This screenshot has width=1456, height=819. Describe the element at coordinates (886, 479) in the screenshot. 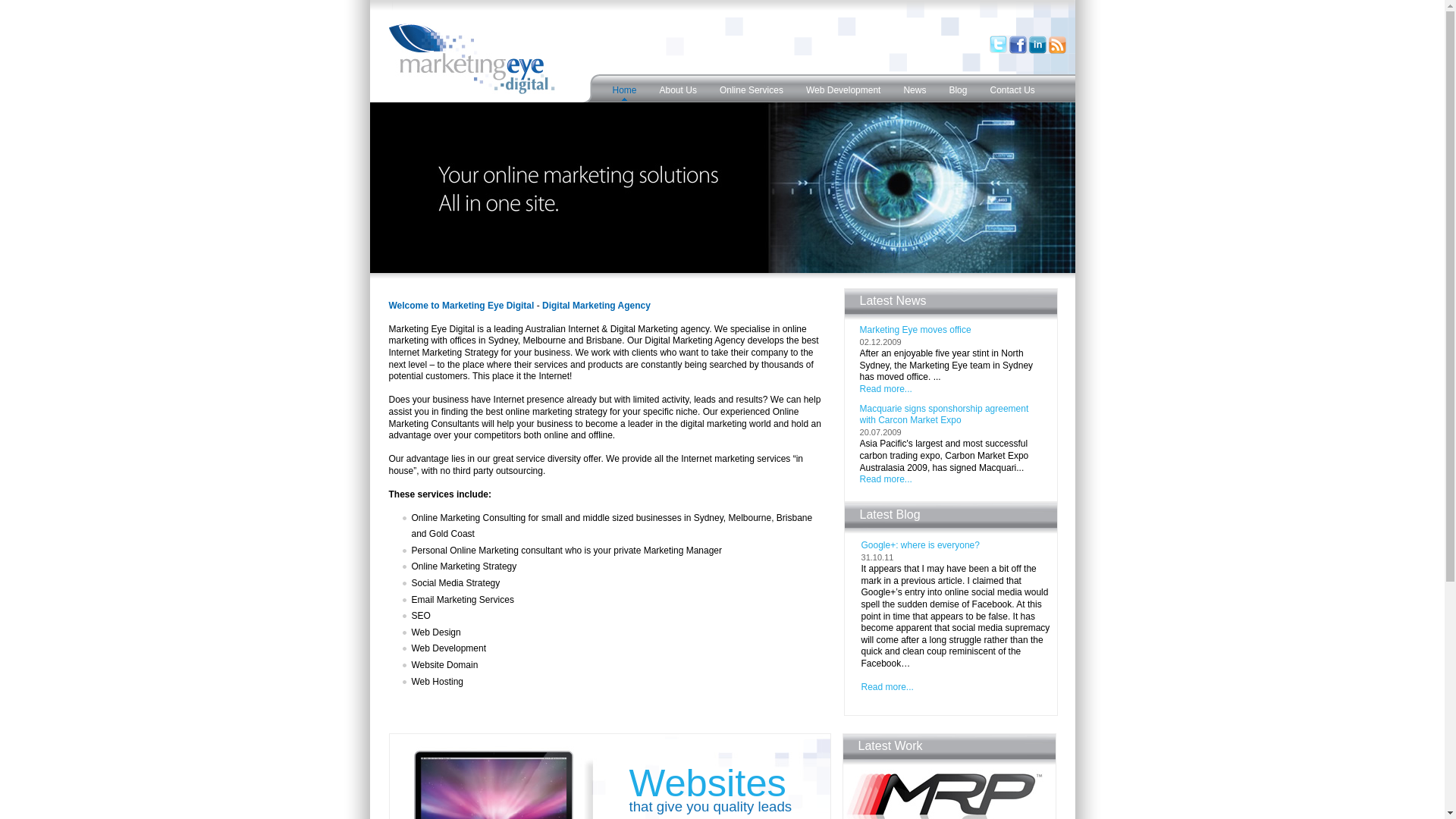

I see `'Read more...'` at that location.